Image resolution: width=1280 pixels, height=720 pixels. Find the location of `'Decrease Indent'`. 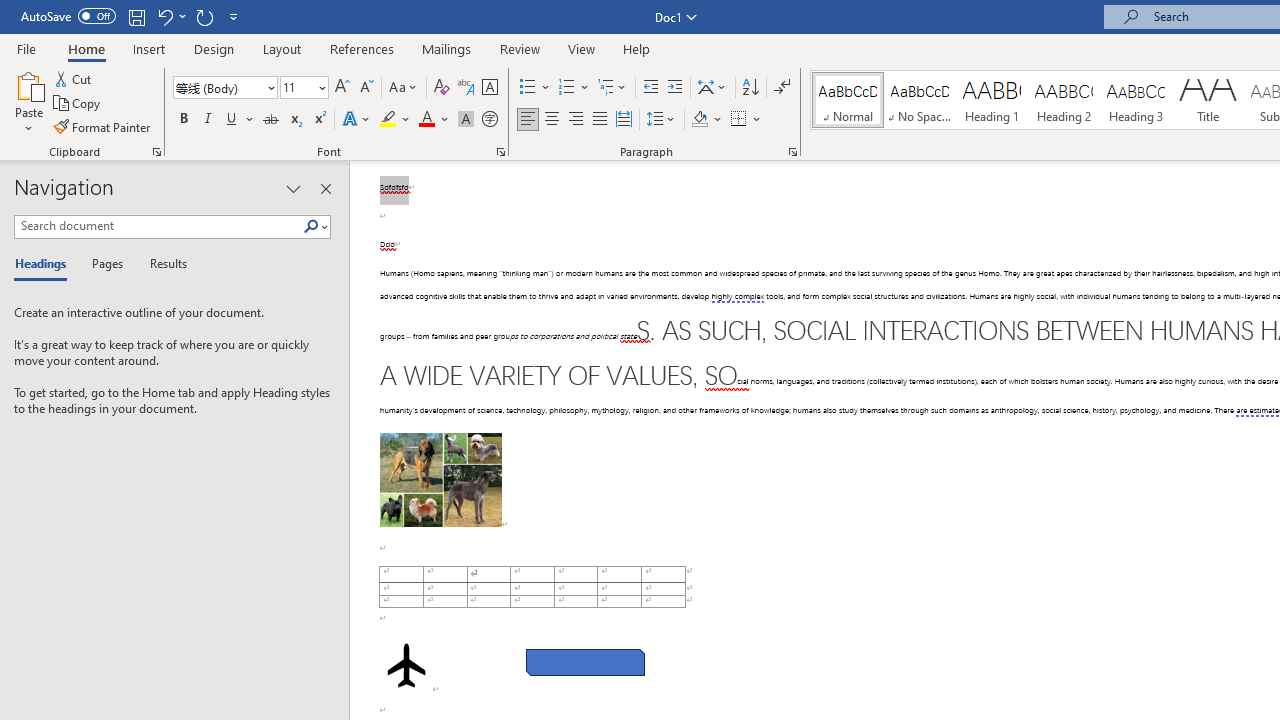

'Decrease Indent' is located at coordinates (650, 86).